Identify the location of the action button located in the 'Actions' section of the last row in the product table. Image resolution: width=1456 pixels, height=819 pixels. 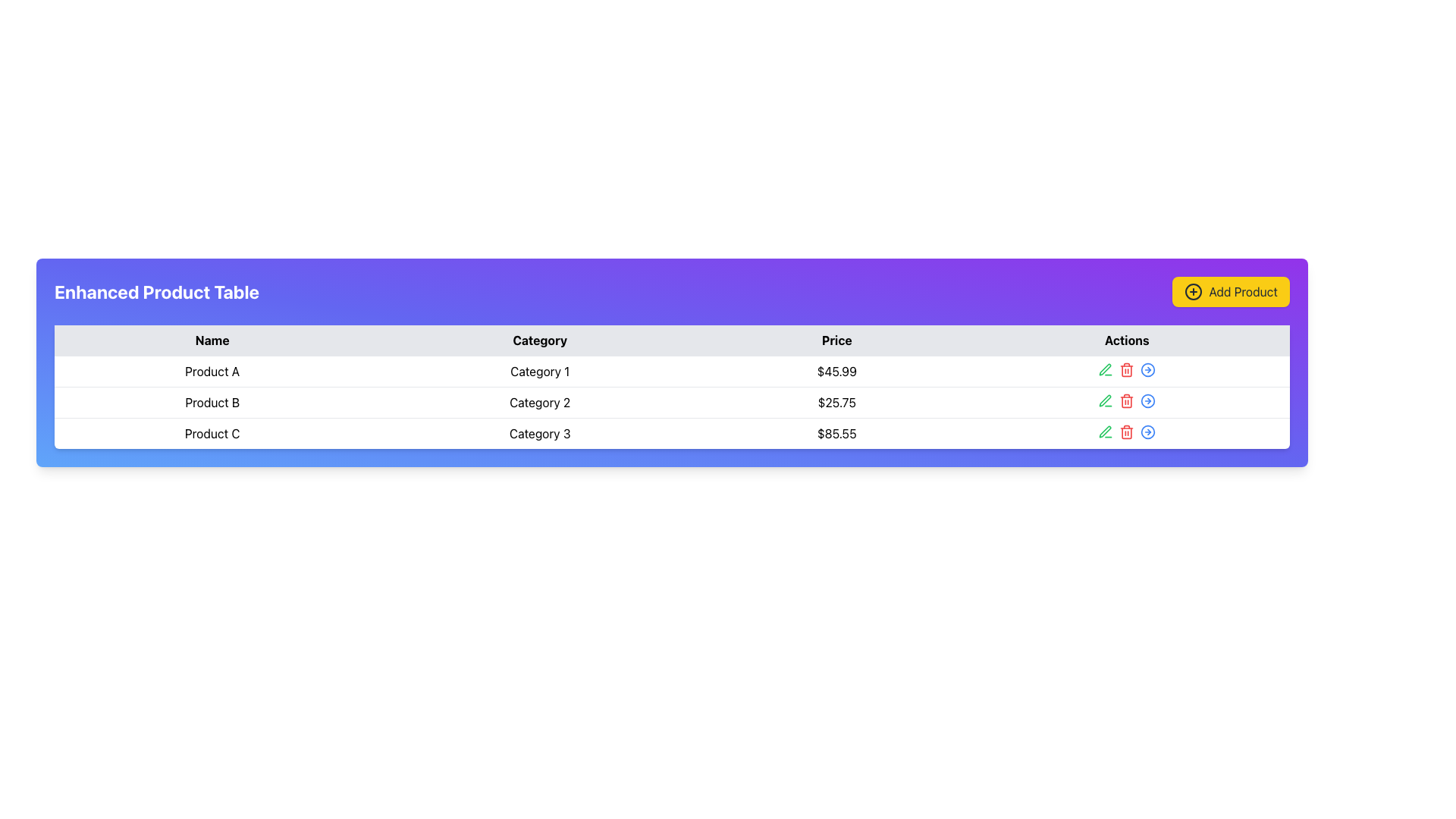
(1147, 432).